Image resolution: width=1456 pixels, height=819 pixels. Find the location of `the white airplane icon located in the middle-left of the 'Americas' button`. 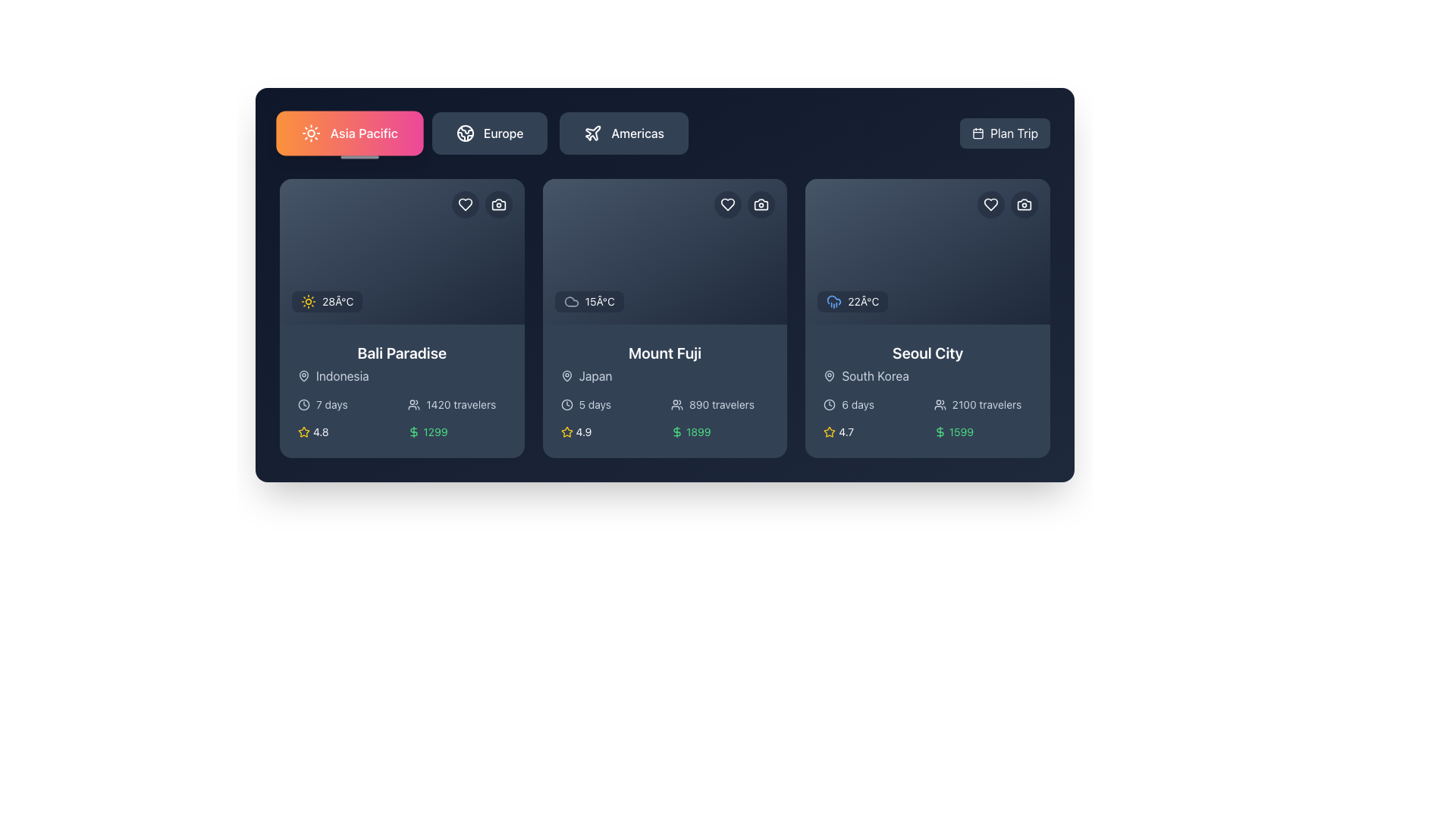

the white airplane icon located in the middle-left of the 'Americas' button is located at coordinates (592, 133).